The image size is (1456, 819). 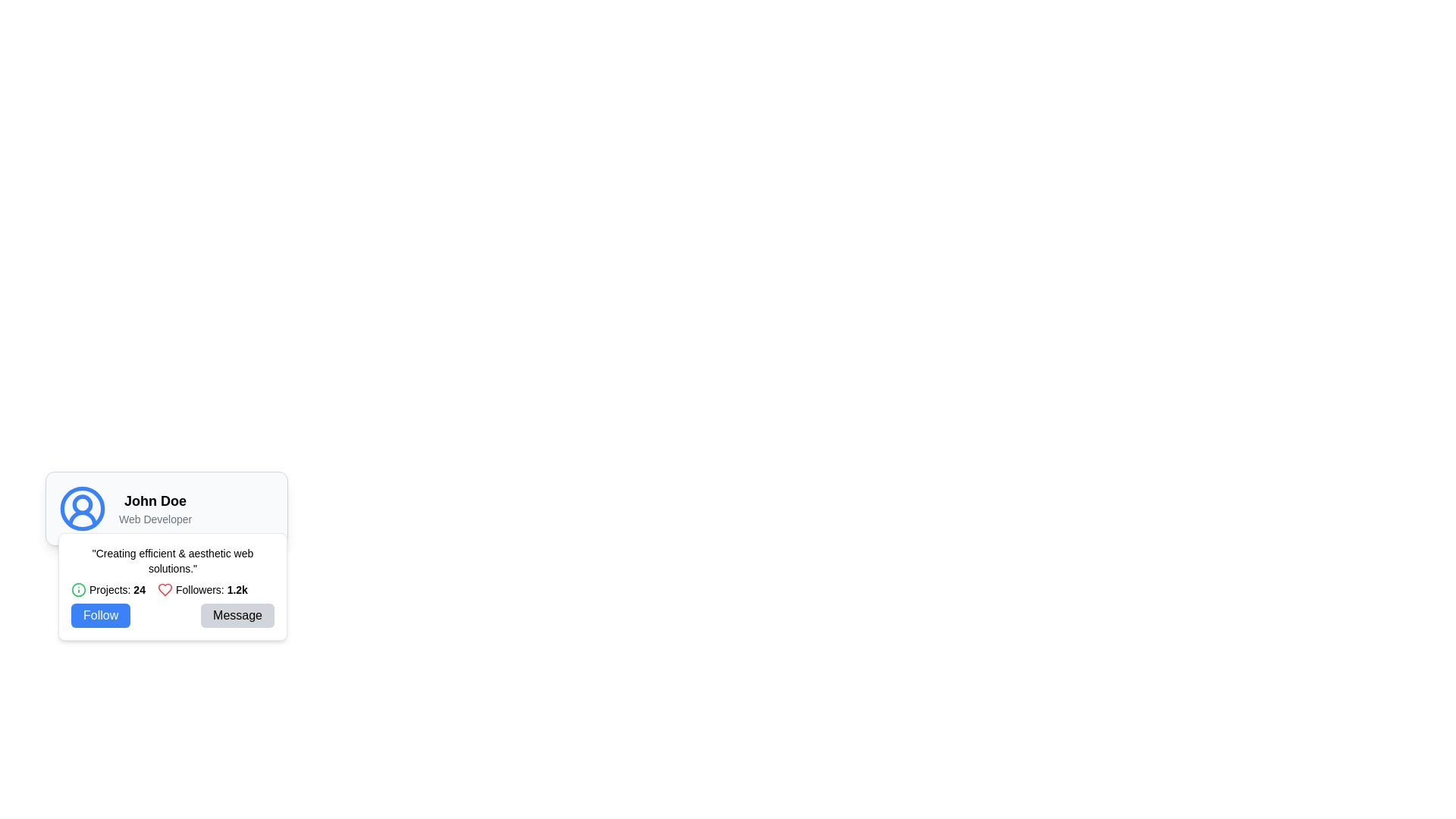 What do you see at coordinates (172, 589) in the screenshot?
I see `the Information display section that shows the user's metadata, including projects and followers, if it is interactive` at bounding box center [172, 589].